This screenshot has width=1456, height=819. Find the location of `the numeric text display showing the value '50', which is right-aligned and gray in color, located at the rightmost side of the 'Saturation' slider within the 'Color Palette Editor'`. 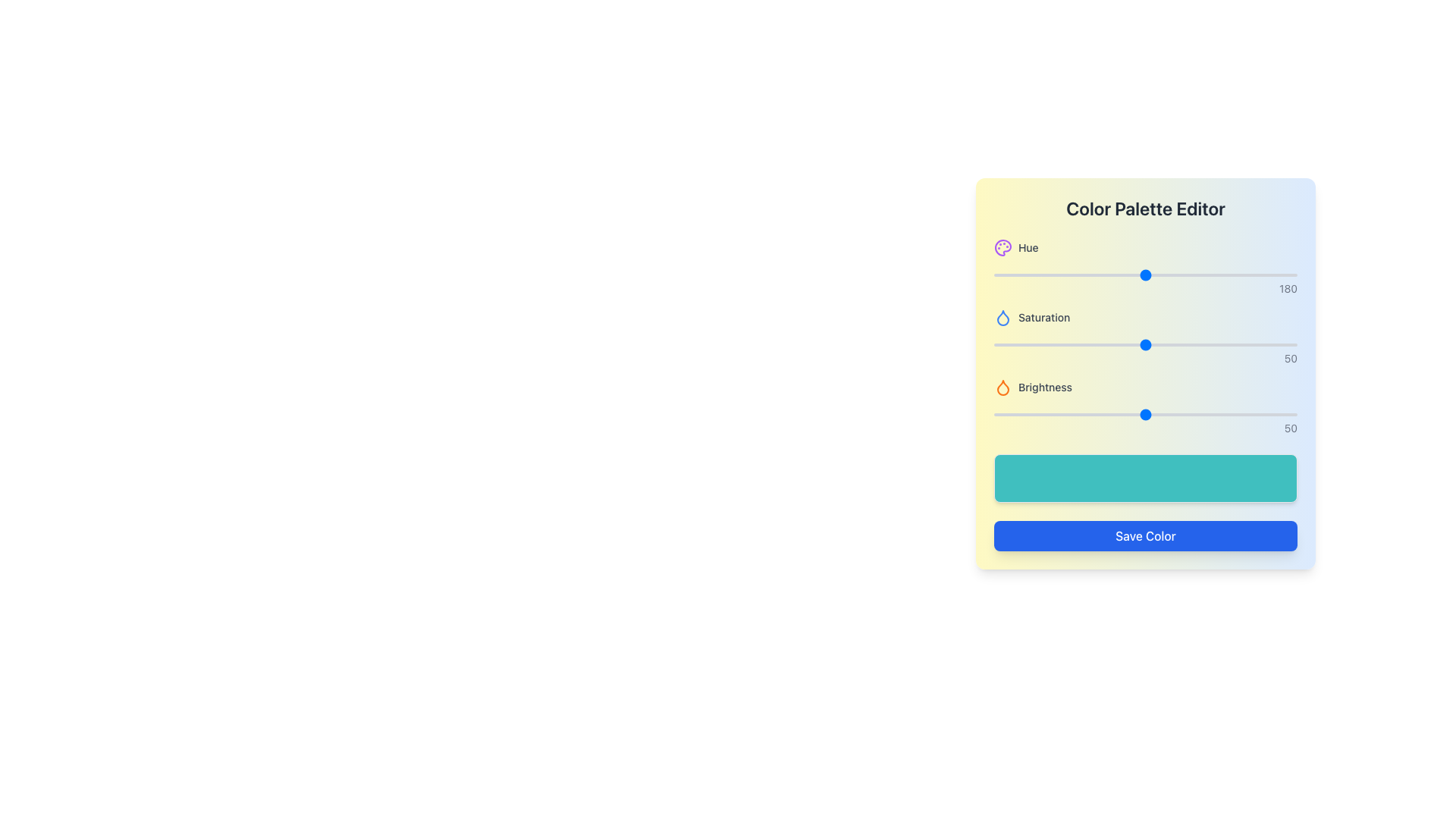

the numeric text display showing the value '50', which is right-aligned and gray in color, located at the rightmost side of the 'Saturation' slider within the 'Color Palette Editor' is located at coordinates (1146, 359).